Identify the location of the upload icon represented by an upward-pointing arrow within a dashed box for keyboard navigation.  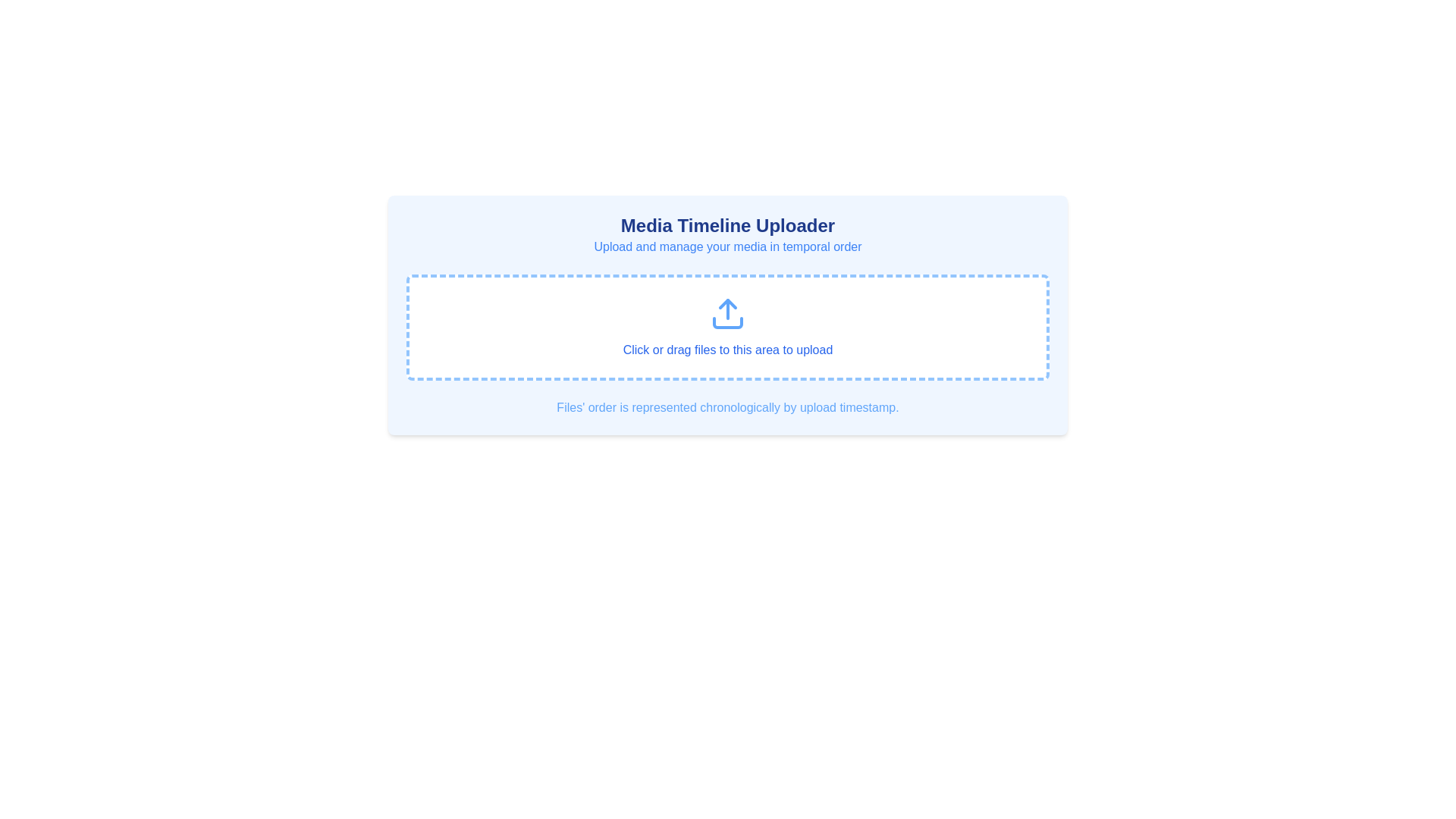
(728, 312).